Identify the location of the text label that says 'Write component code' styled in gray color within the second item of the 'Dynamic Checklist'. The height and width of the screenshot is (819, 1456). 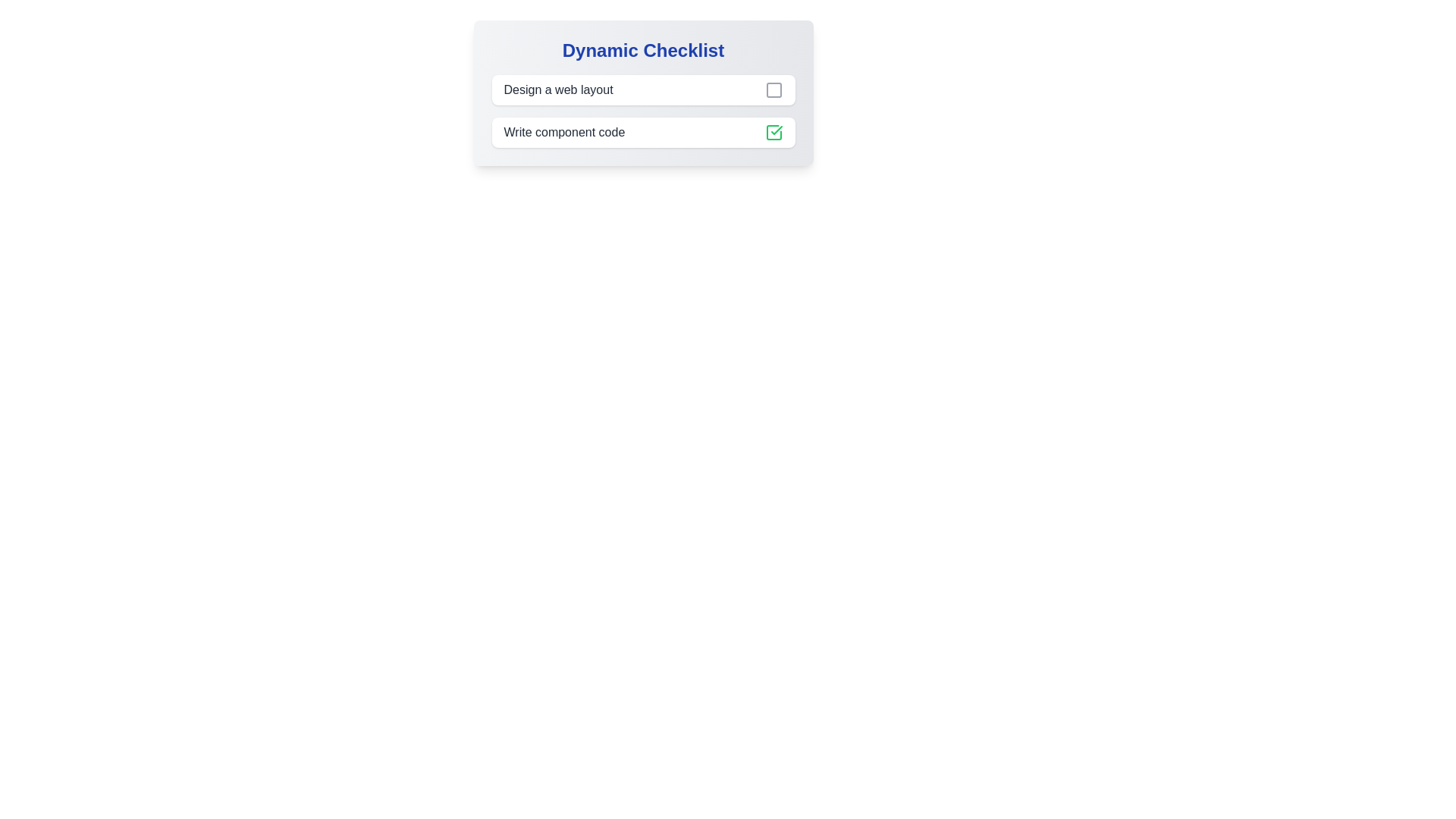
(563, 131).